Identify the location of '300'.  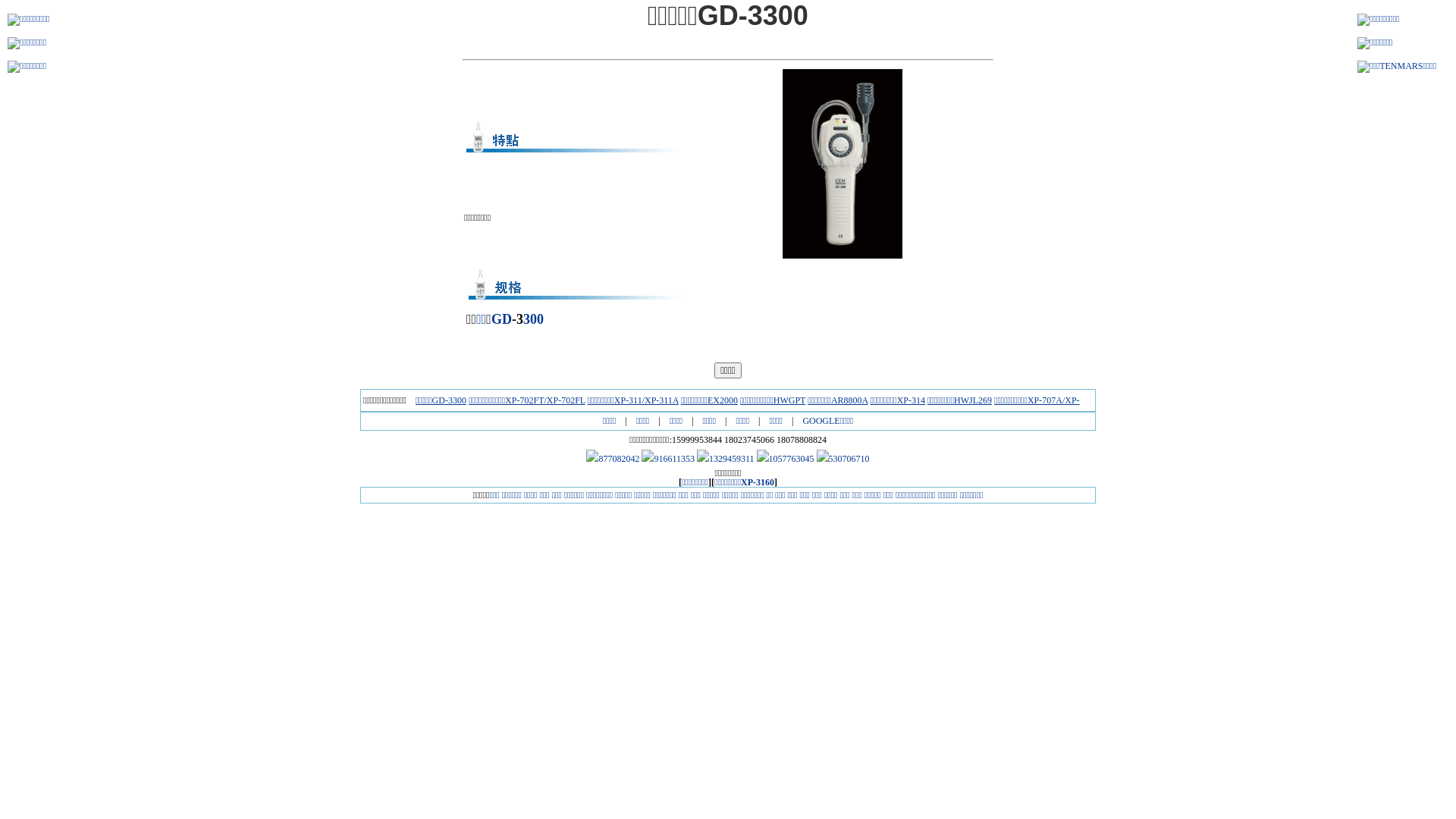
(523, 318).